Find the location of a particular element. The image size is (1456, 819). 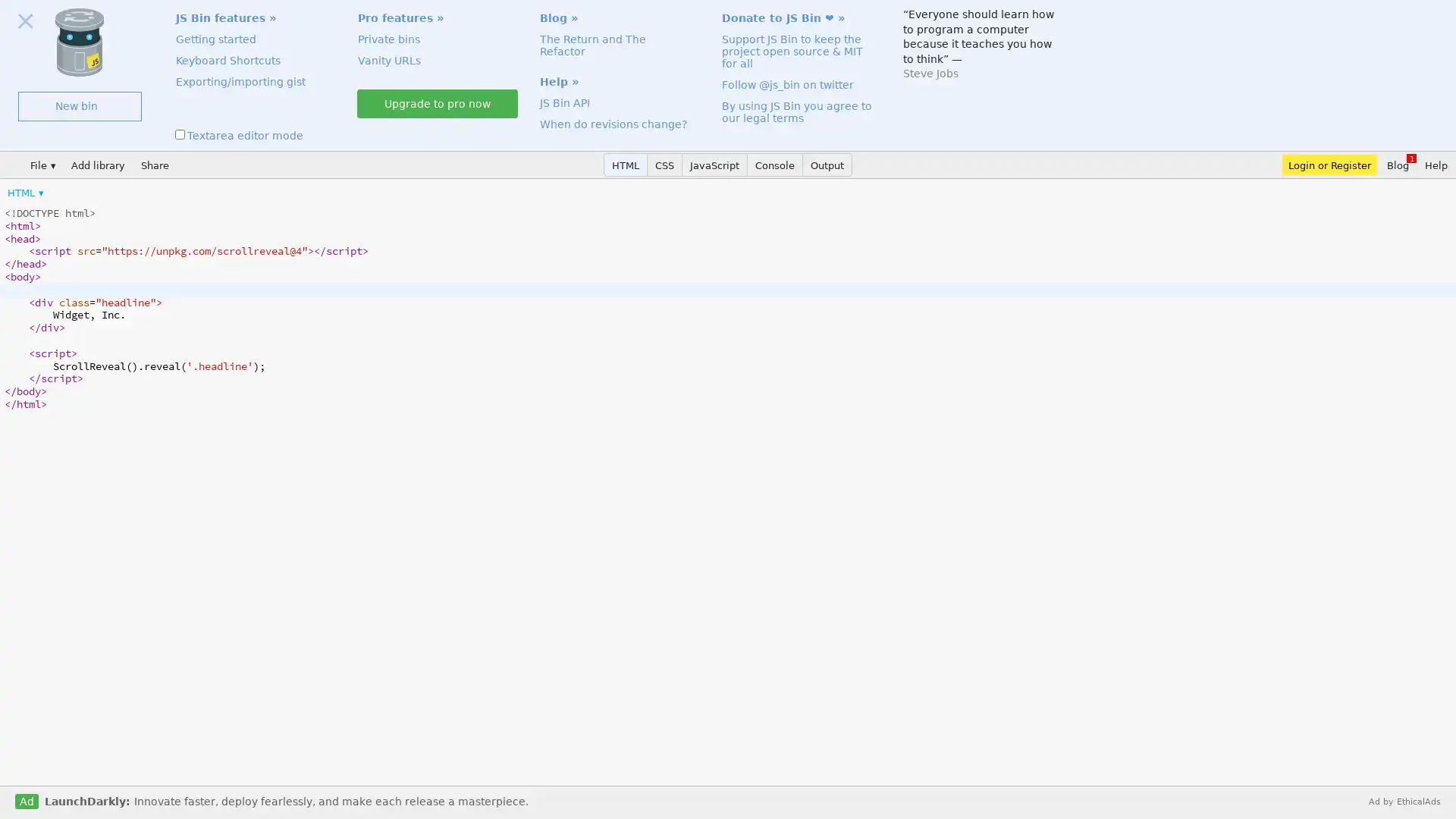

HTML Panel: Active is located at coordinates (626, 165).